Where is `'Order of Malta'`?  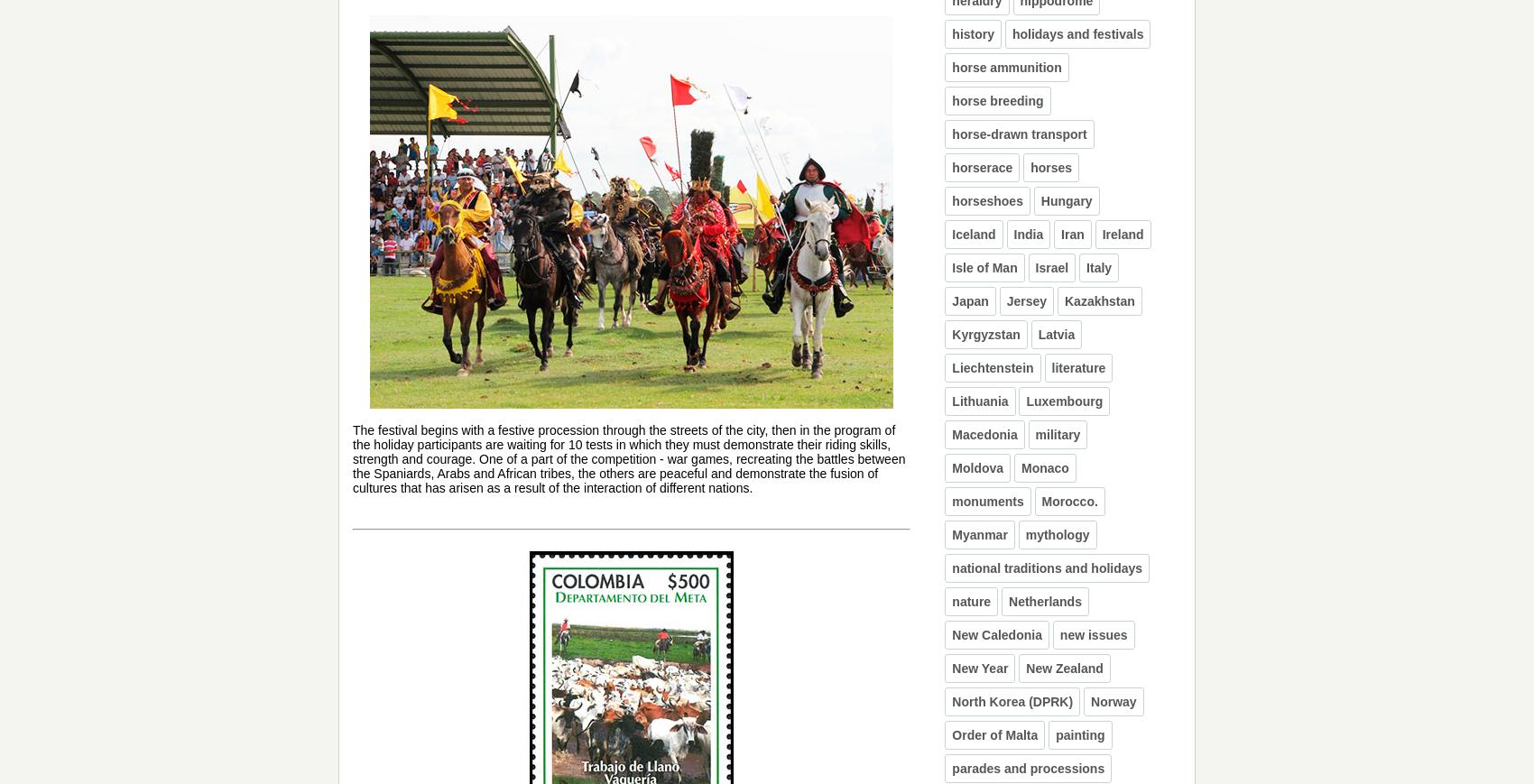 'Order of Malta' is located at coordinates (994, 735).